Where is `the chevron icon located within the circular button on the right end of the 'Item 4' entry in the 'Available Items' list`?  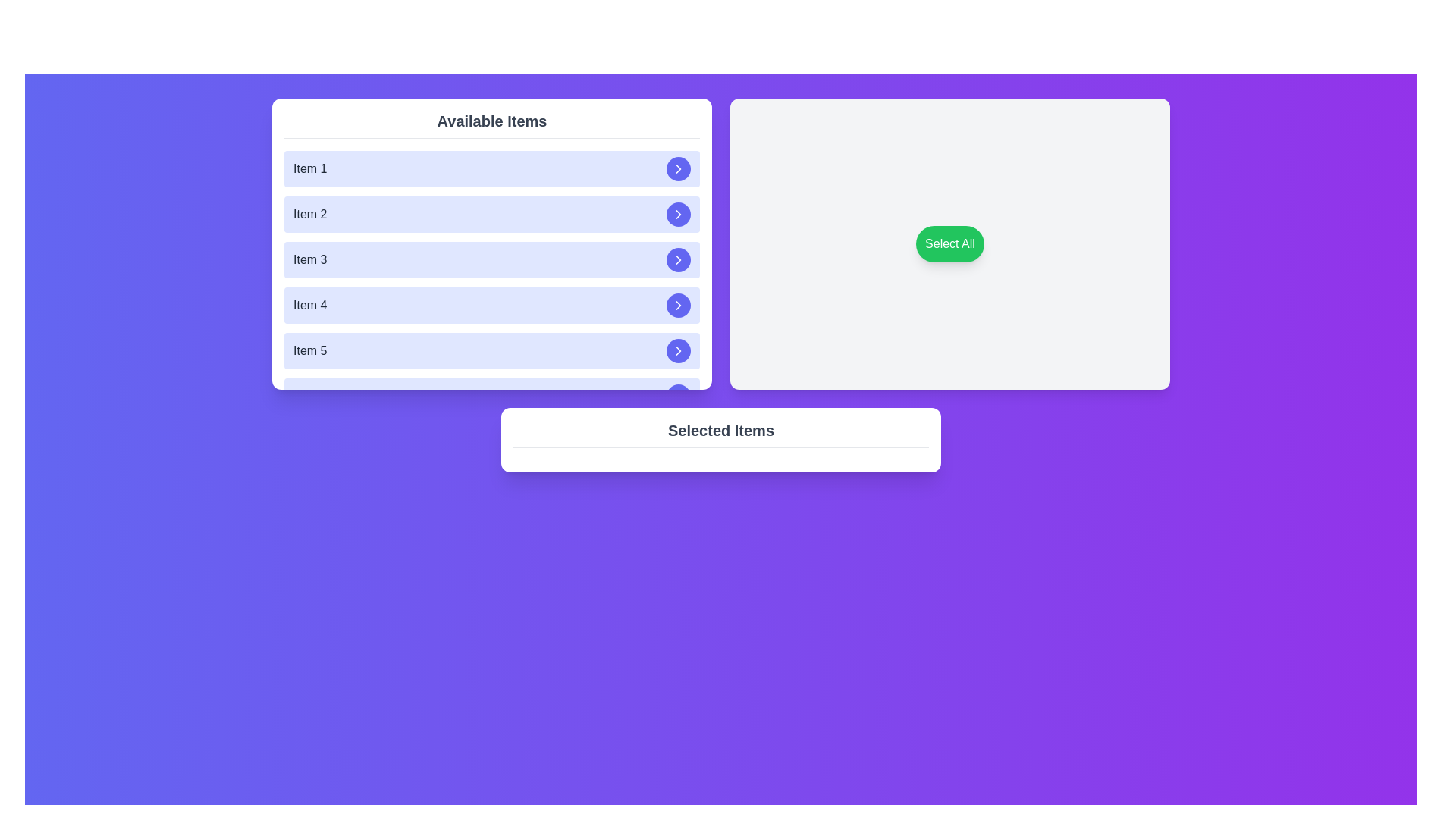
the chevron icon located within the circular button on the right end of the 'Item 4' entry in the 'Available Items' list is located at coordinates (677, 305).